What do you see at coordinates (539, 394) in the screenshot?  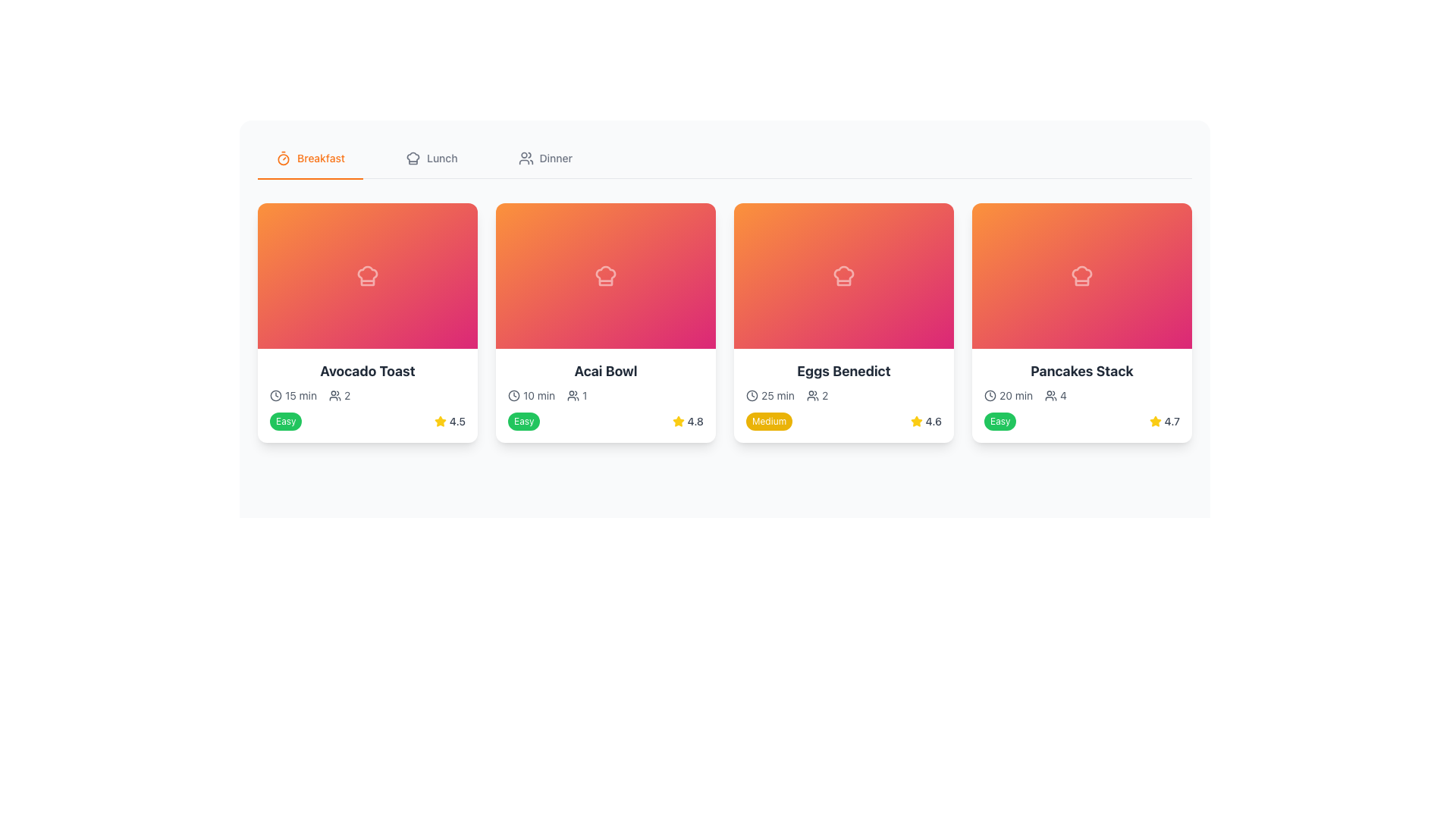 I see `the static text label displaying '10 min' in light gray color, located in the second card for 'Acai Bowl', positioned slightly right of the clock icon` at bounding box center [539, 394].